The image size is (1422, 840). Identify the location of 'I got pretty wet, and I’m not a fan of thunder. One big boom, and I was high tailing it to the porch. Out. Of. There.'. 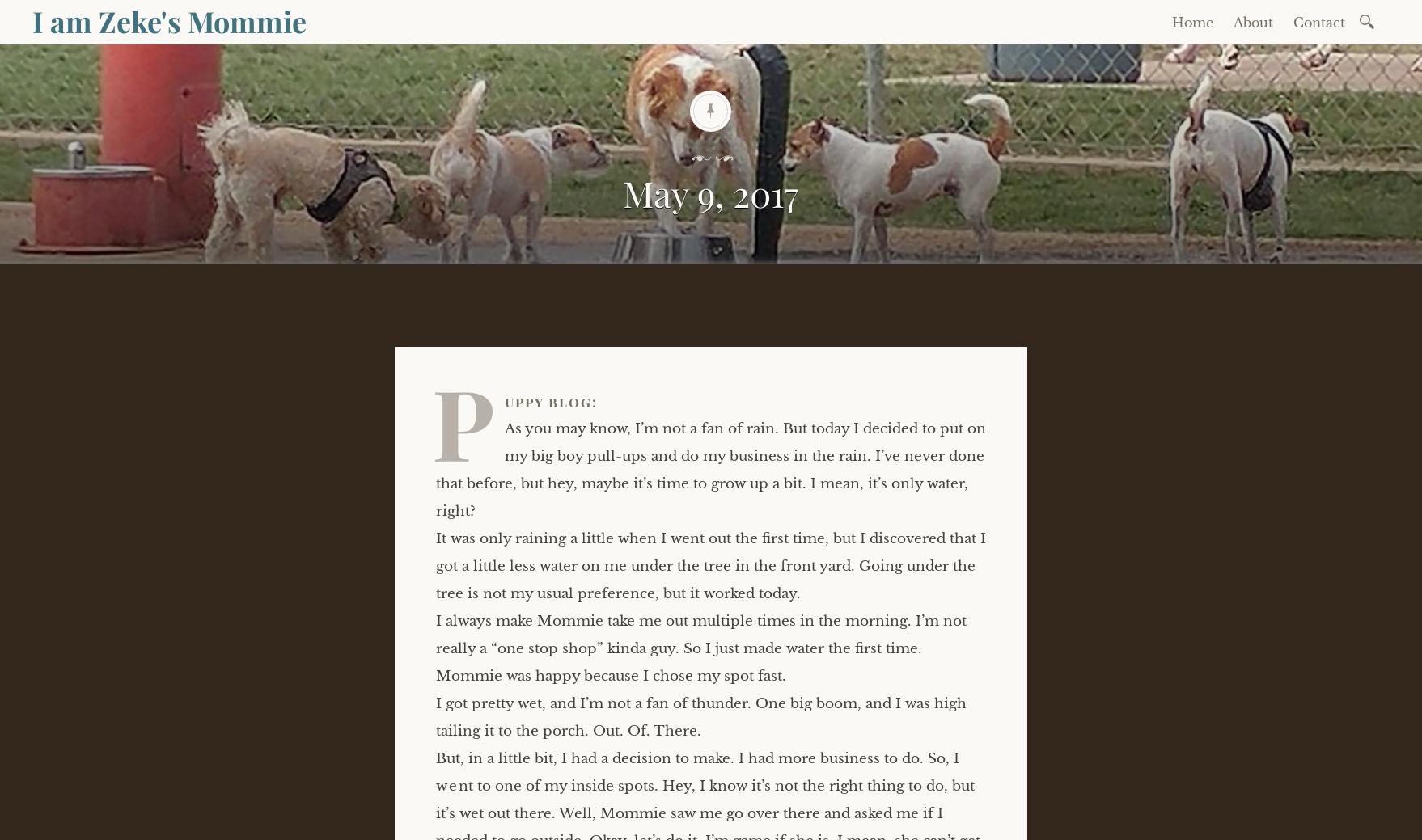
(435, 716).